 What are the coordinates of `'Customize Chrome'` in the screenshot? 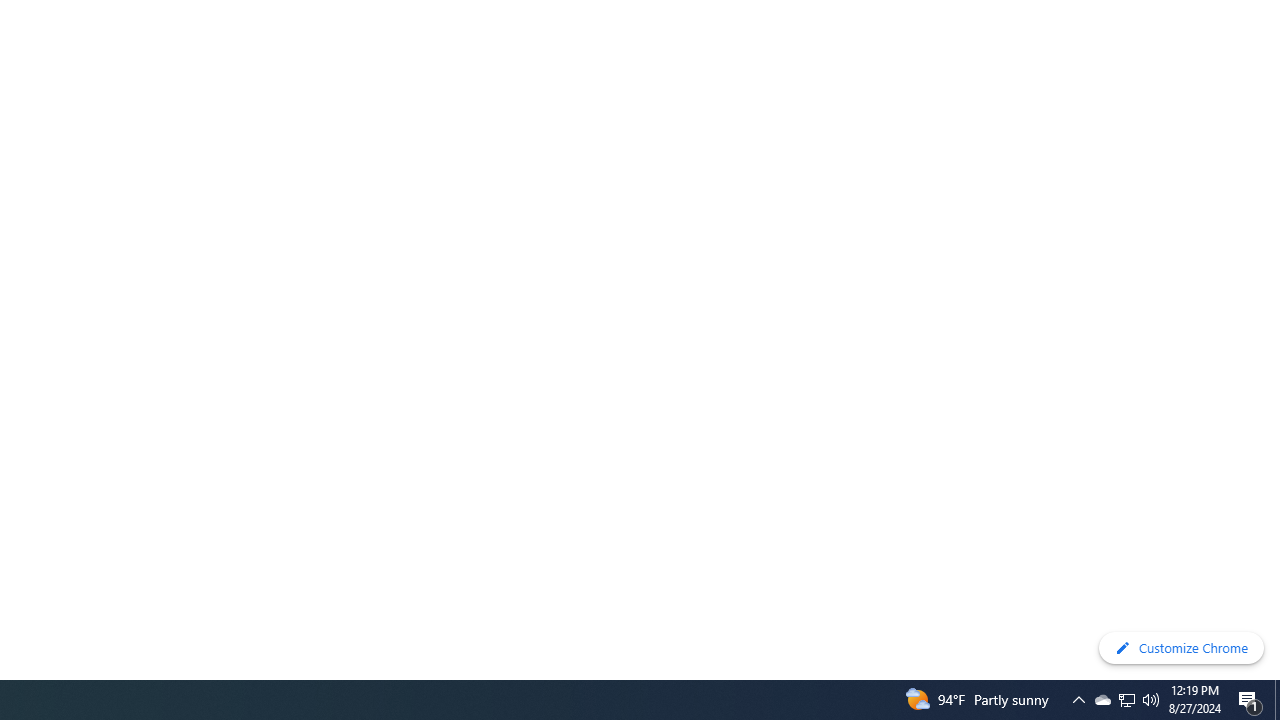 It's located at (1181, 648).